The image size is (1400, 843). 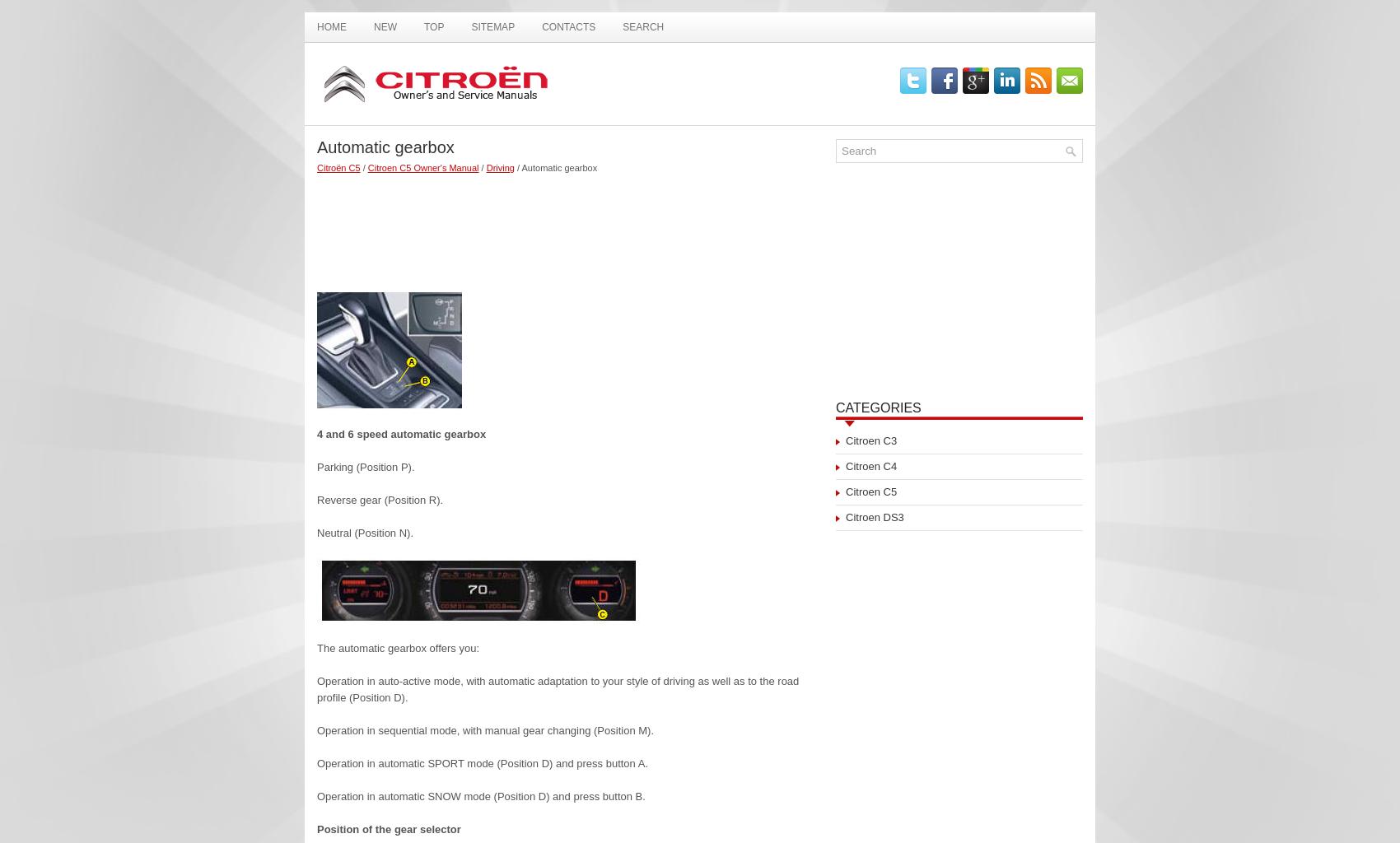 I want to click on 'Operation in automatic SNOW mode (Position D) and press button B.', so click(x=479, y=796).